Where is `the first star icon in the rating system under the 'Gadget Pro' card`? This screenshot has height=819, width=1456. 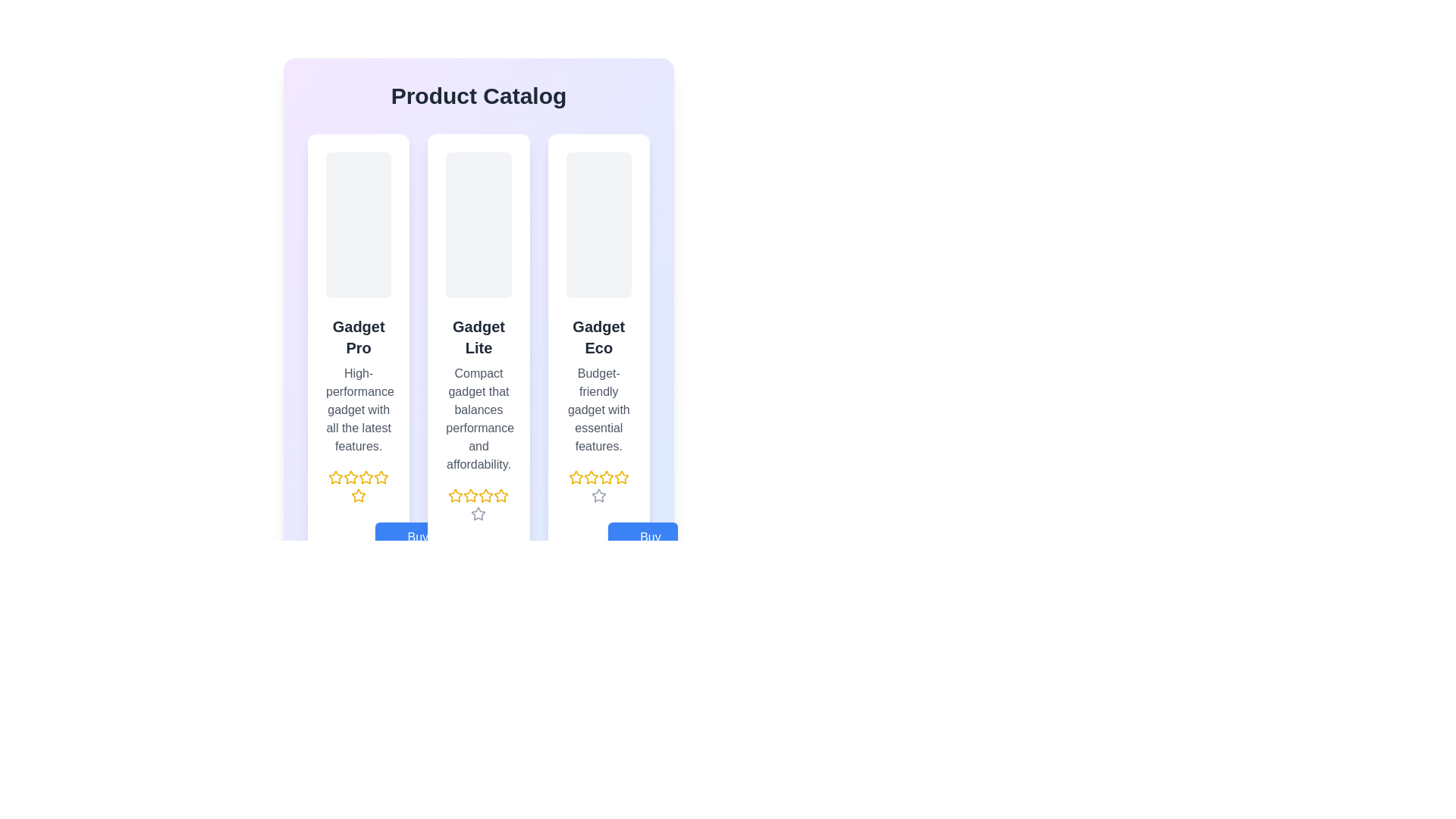
the first star icon in the rating system under the 'Gadget Pro' card is located at coordinates (335, 476).